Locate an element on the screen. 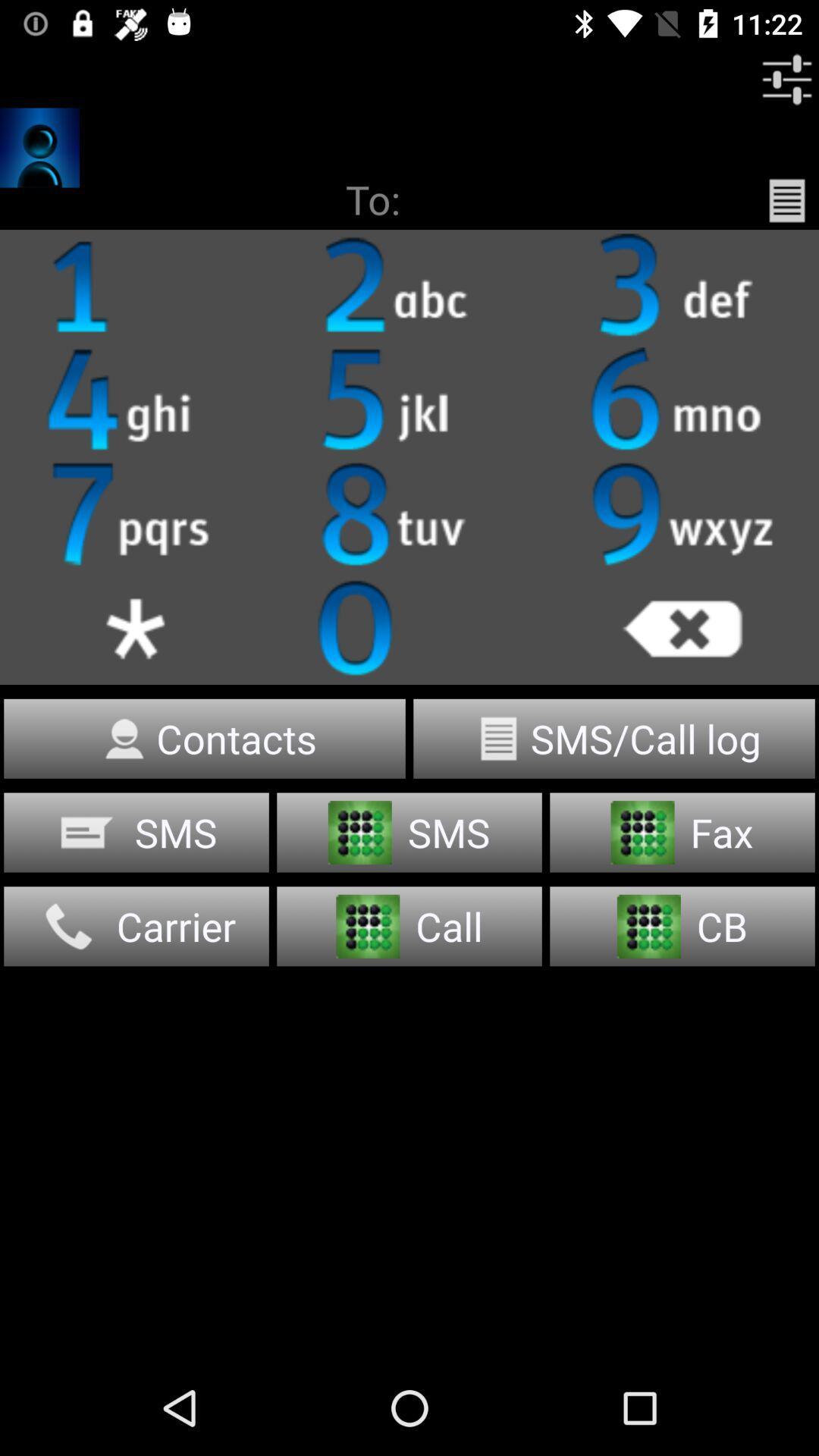  the button which is right to the carrier button is located at coordinates (409, 925).